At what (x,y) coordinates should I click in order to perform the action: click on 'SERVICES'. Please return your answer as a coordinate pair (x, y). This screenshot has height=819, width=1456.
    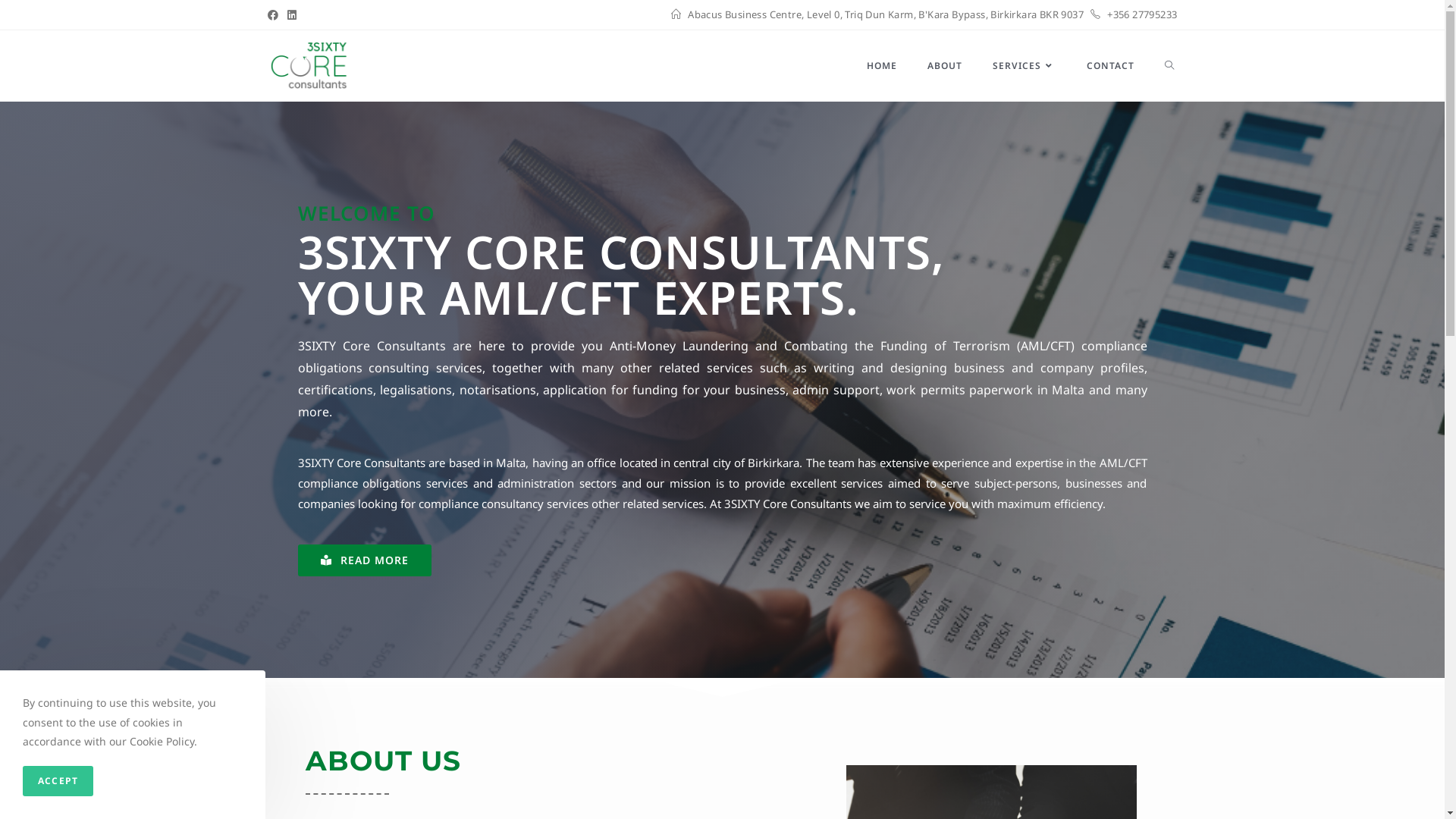
    Looking at the image, I should click on (1023, 65).